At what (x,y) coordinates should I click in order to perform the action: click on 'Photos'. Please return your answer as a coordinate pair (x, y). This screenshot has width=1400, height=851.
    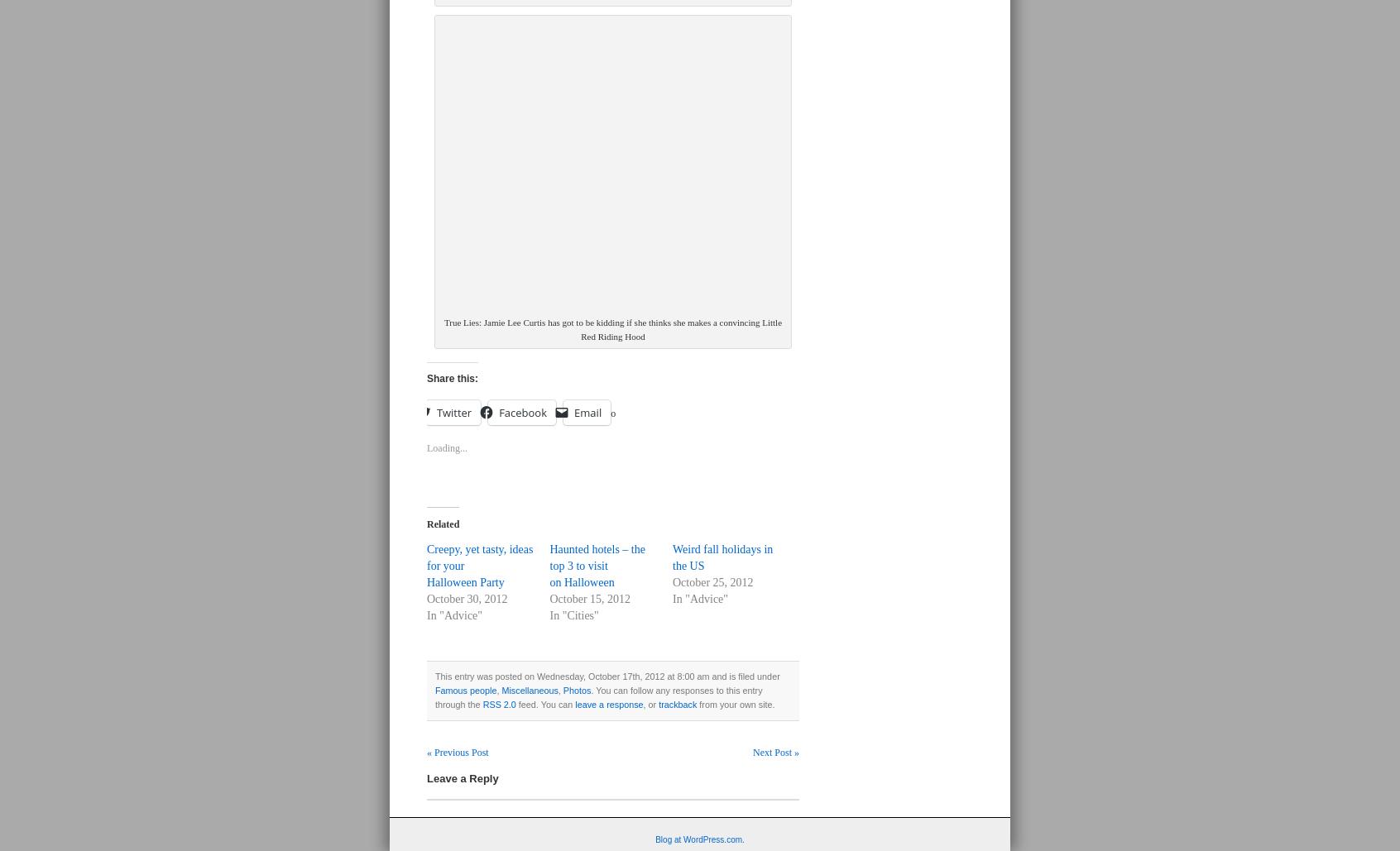
    Looking at the image, I should click on (576, 689).